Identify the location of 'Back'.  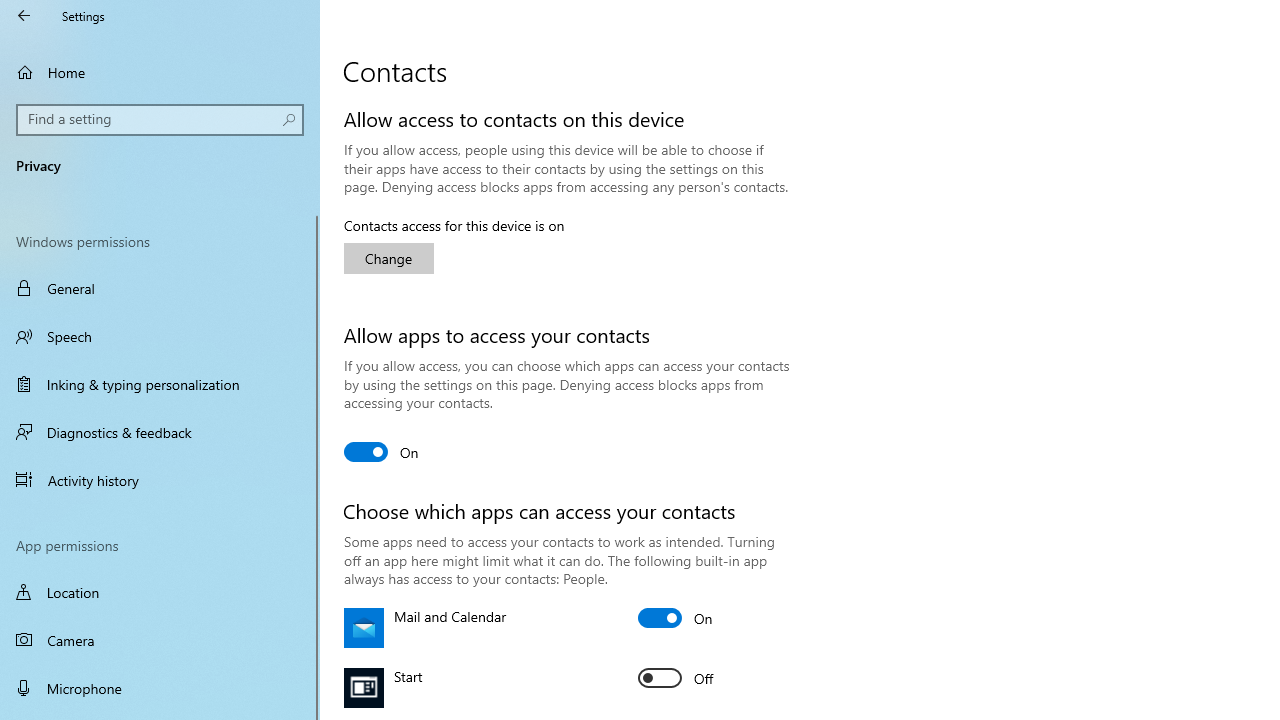
(24, 15).